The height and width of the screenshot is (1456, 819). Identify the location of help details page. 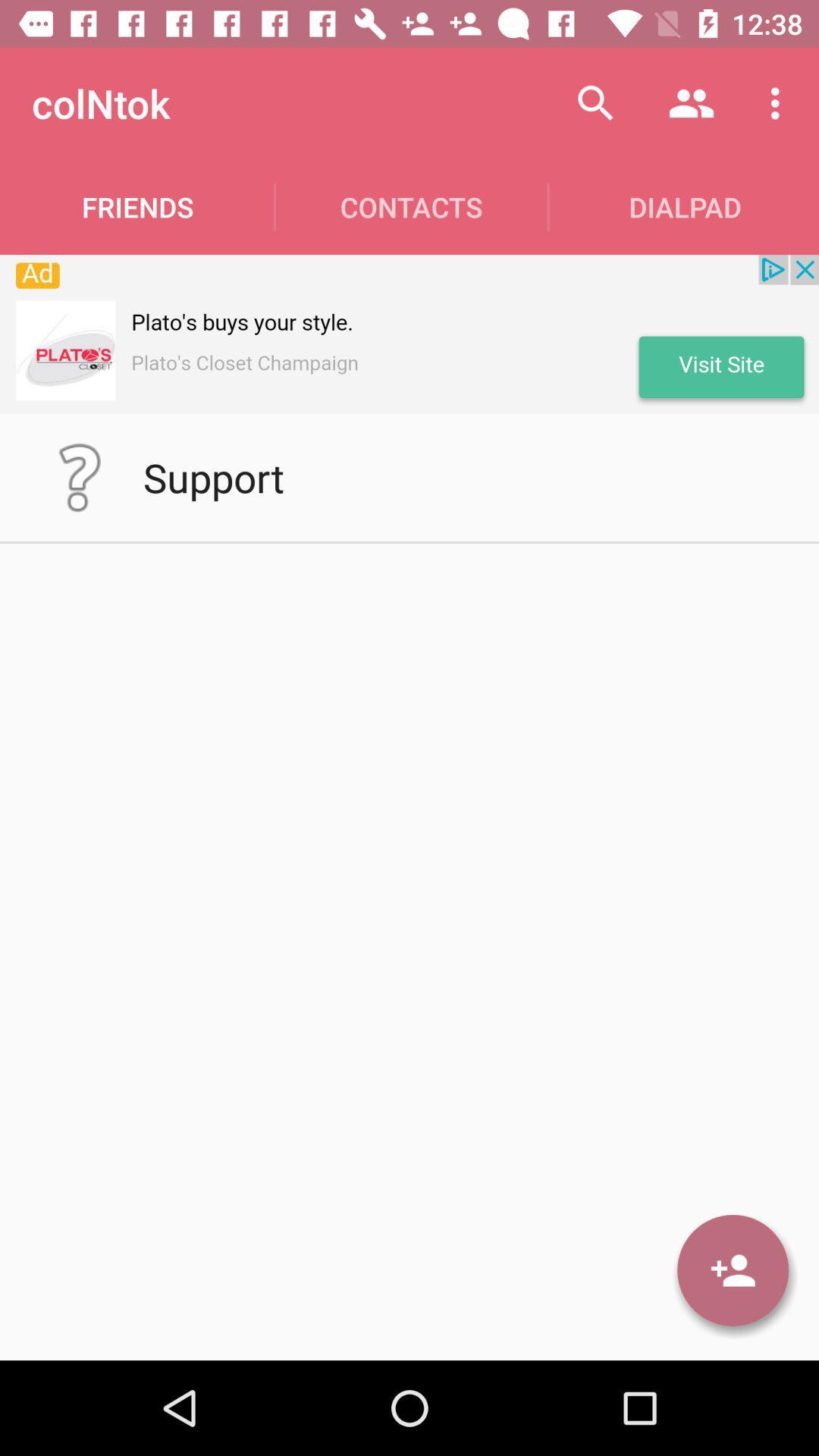
(79, 476).